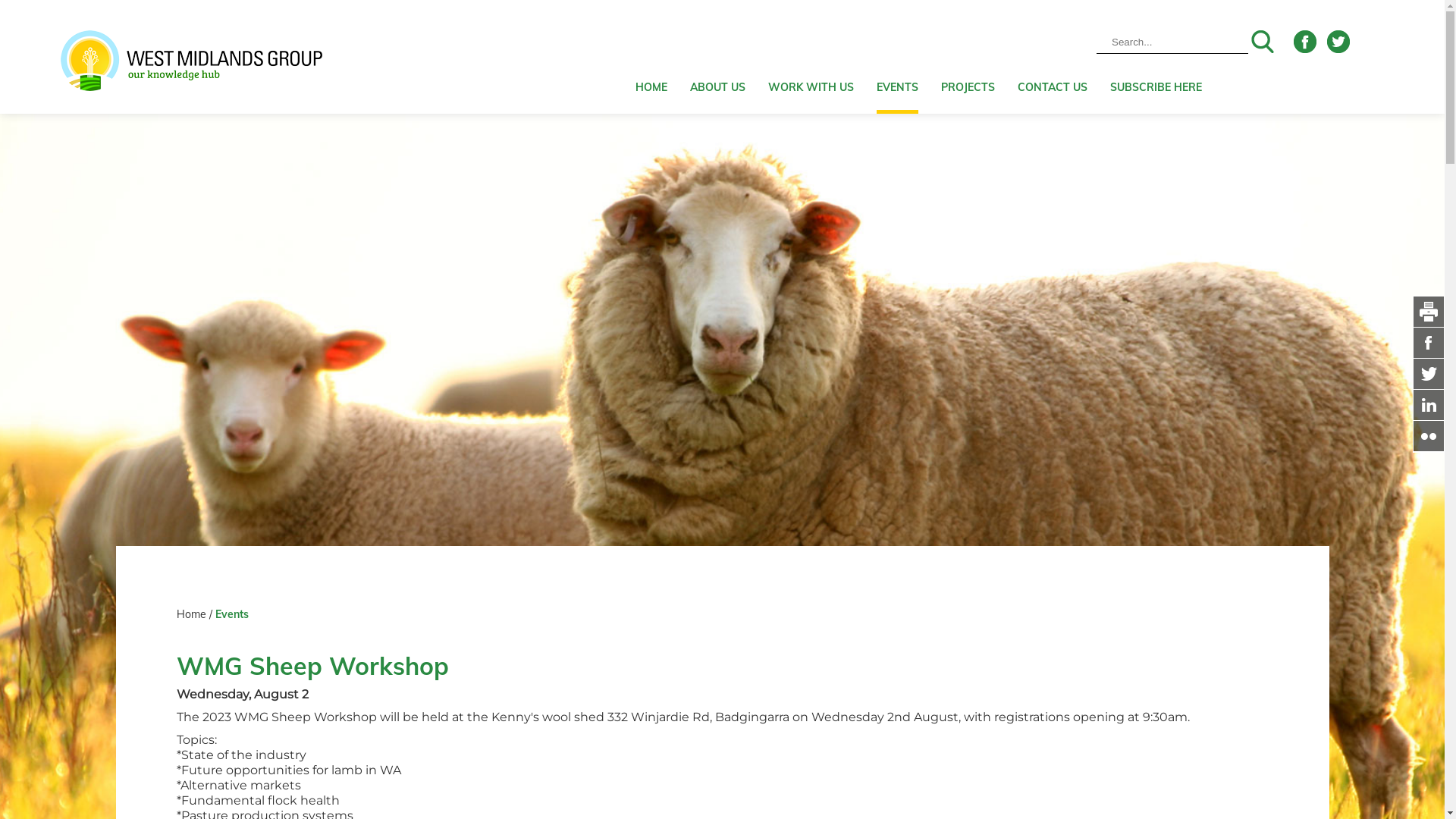  What do you see at coordinates (1110, 55) in the screenshot?
I see `'SUBSCRIBE HERE'` at bounding box center [1110, 55].